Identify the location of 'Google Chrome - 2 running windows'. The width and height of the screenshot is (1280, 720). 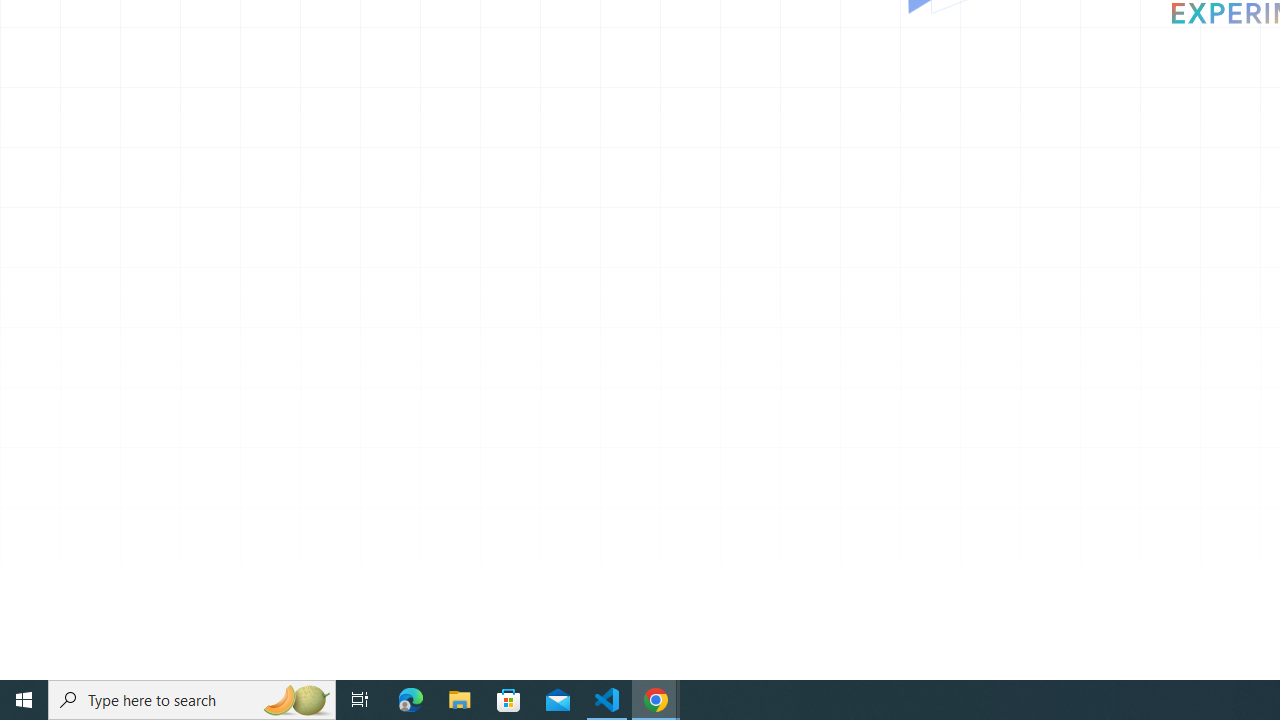
(656, 698).